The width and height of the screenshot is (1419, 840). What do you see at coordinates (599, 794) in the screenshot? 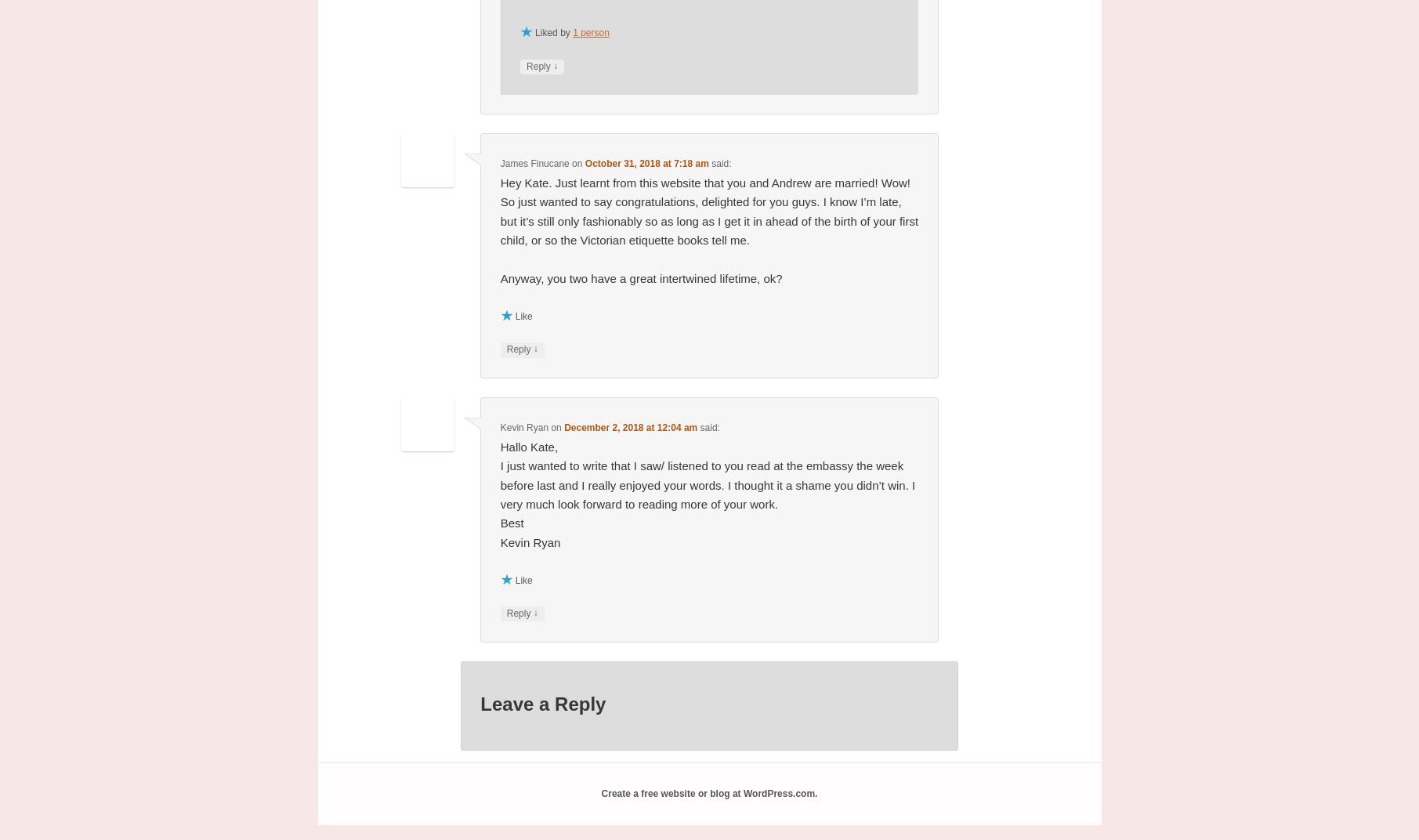
I see `'Create a free website or blog at WordPress.com.'` at bounding box center [599, 794].